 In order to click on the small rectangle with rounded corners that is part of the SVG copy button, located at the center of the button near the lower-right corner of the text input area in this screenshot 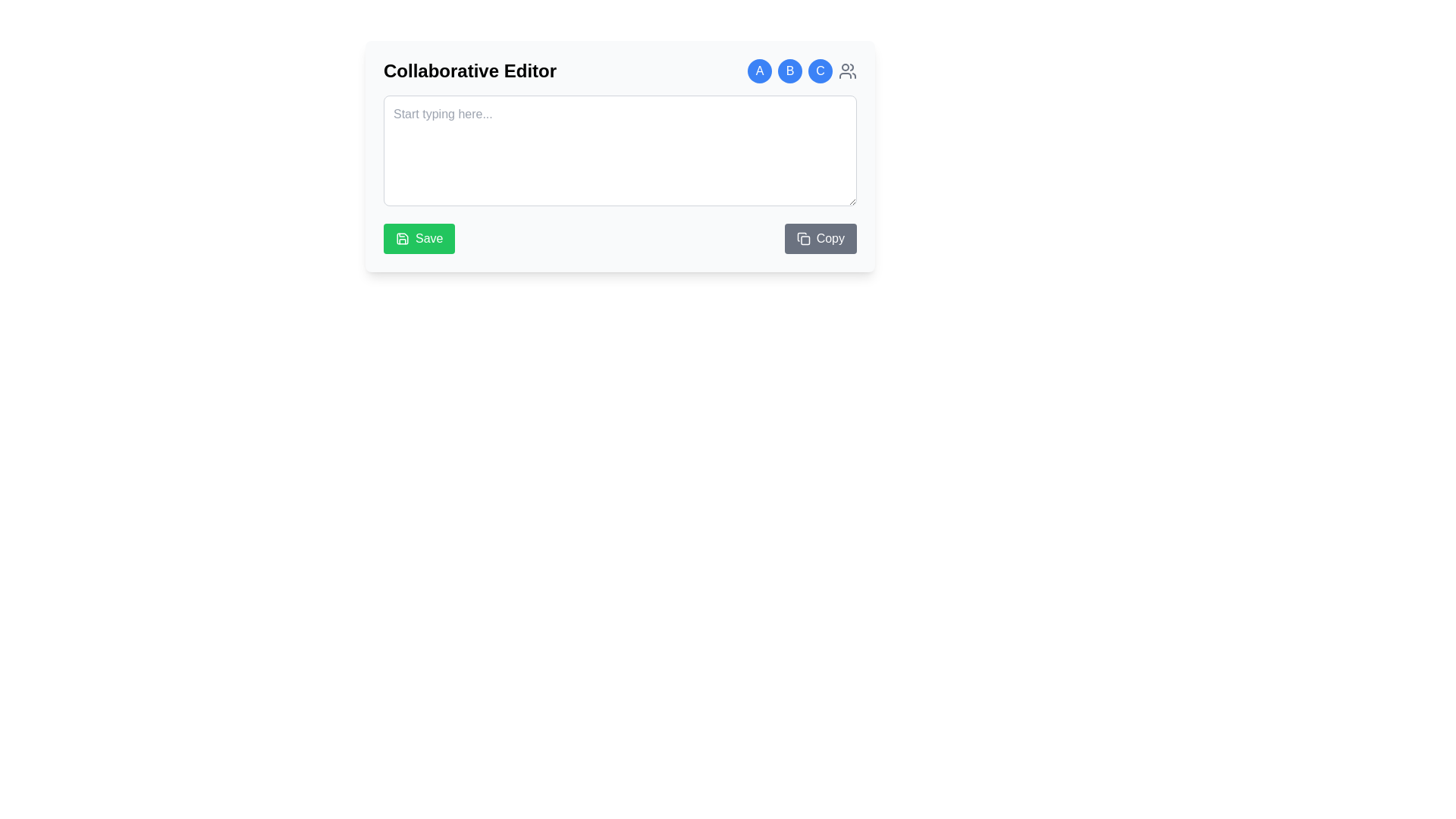, I will do `click(804, 240)`.